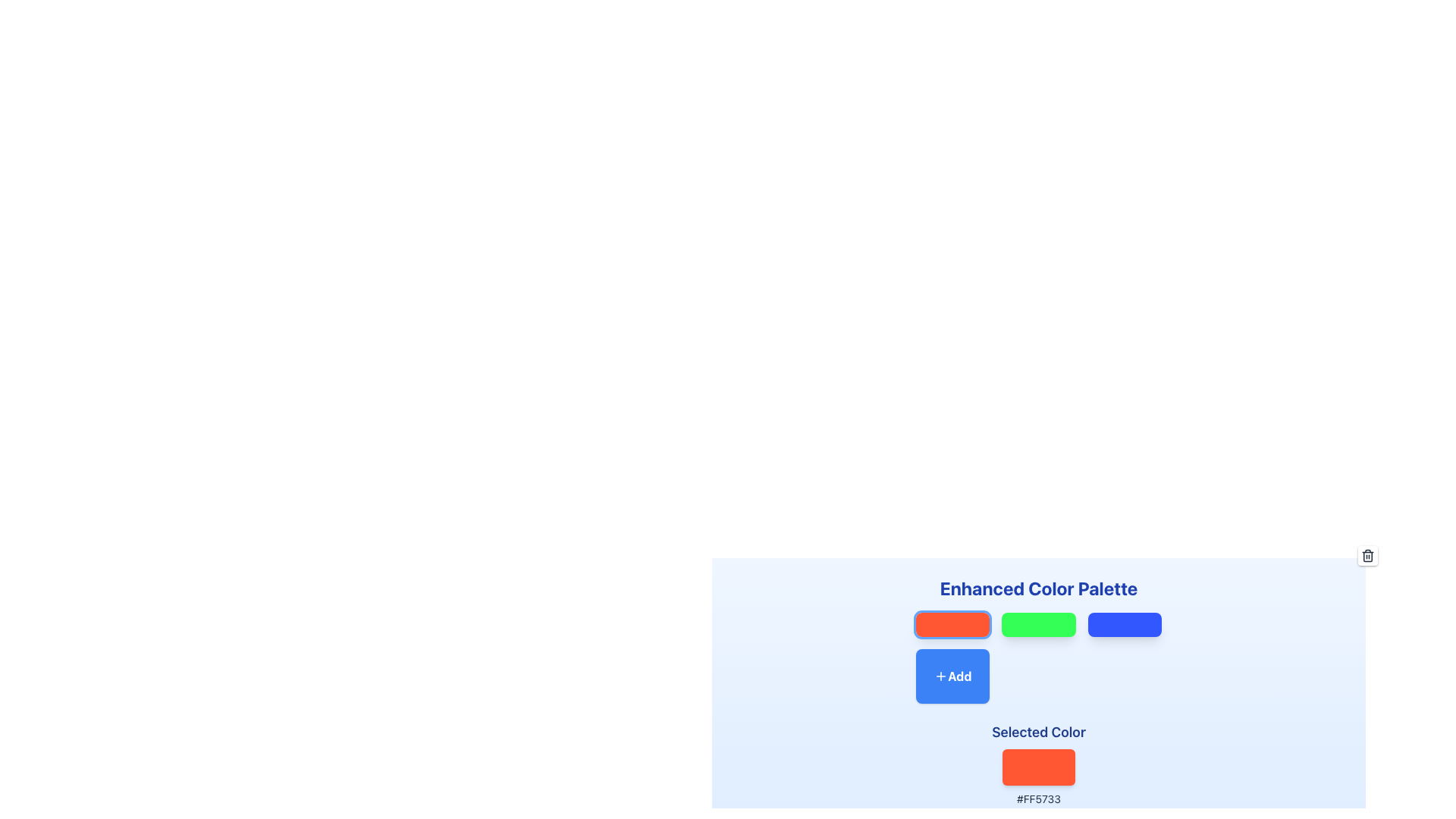 The height and width of the screenshot is (819, 1456). I want to click on the Text Label at the top center of the subsection titled 'Enhanced Color Palette', which indicates the purpose or theme for the user, so click(1037, 587).